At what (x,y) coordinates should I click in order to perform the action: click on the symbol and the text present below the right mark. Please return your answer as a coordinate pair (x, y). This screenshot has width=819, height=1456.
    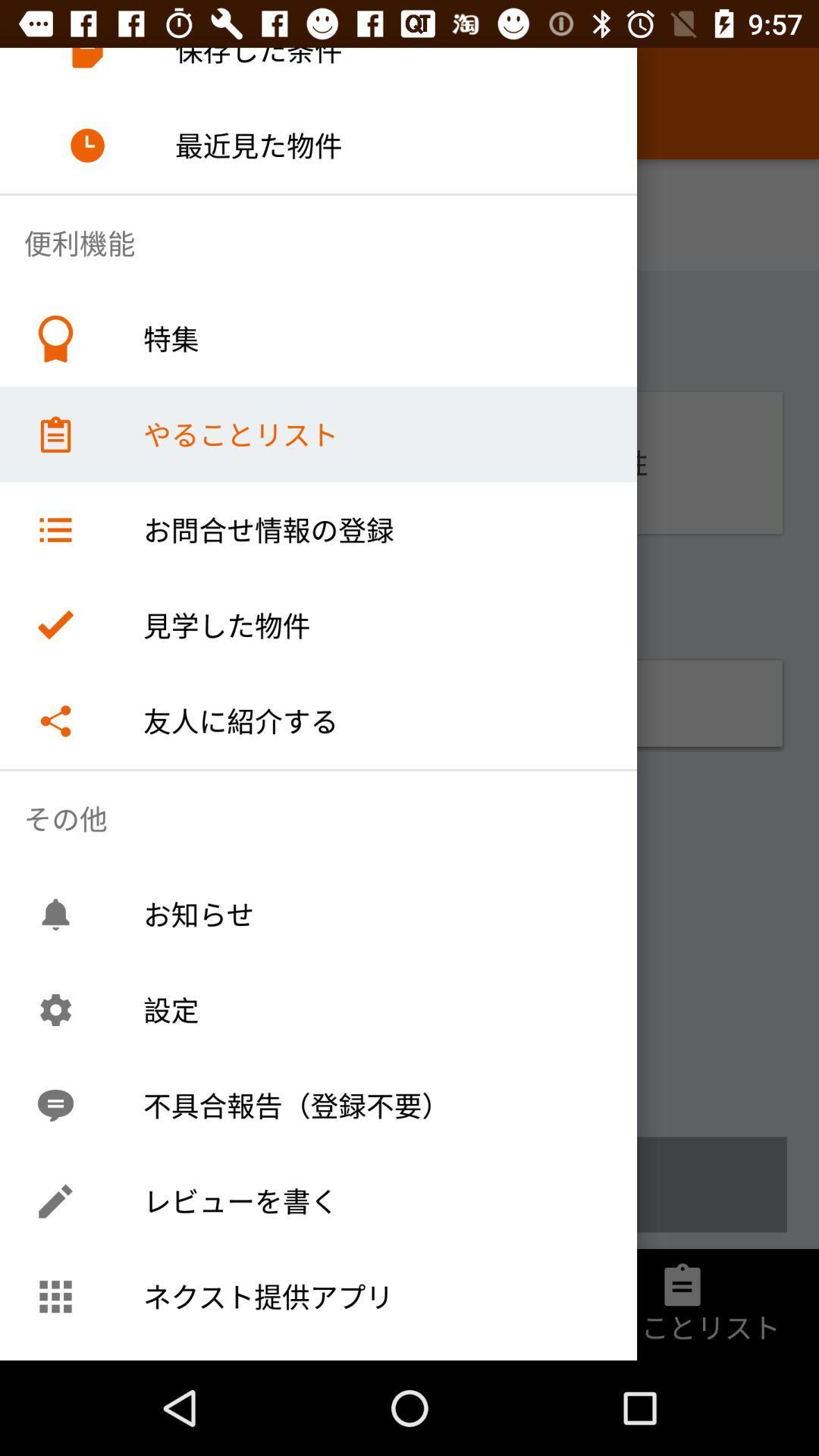
    Looking at the image, I should click on (409, 704).